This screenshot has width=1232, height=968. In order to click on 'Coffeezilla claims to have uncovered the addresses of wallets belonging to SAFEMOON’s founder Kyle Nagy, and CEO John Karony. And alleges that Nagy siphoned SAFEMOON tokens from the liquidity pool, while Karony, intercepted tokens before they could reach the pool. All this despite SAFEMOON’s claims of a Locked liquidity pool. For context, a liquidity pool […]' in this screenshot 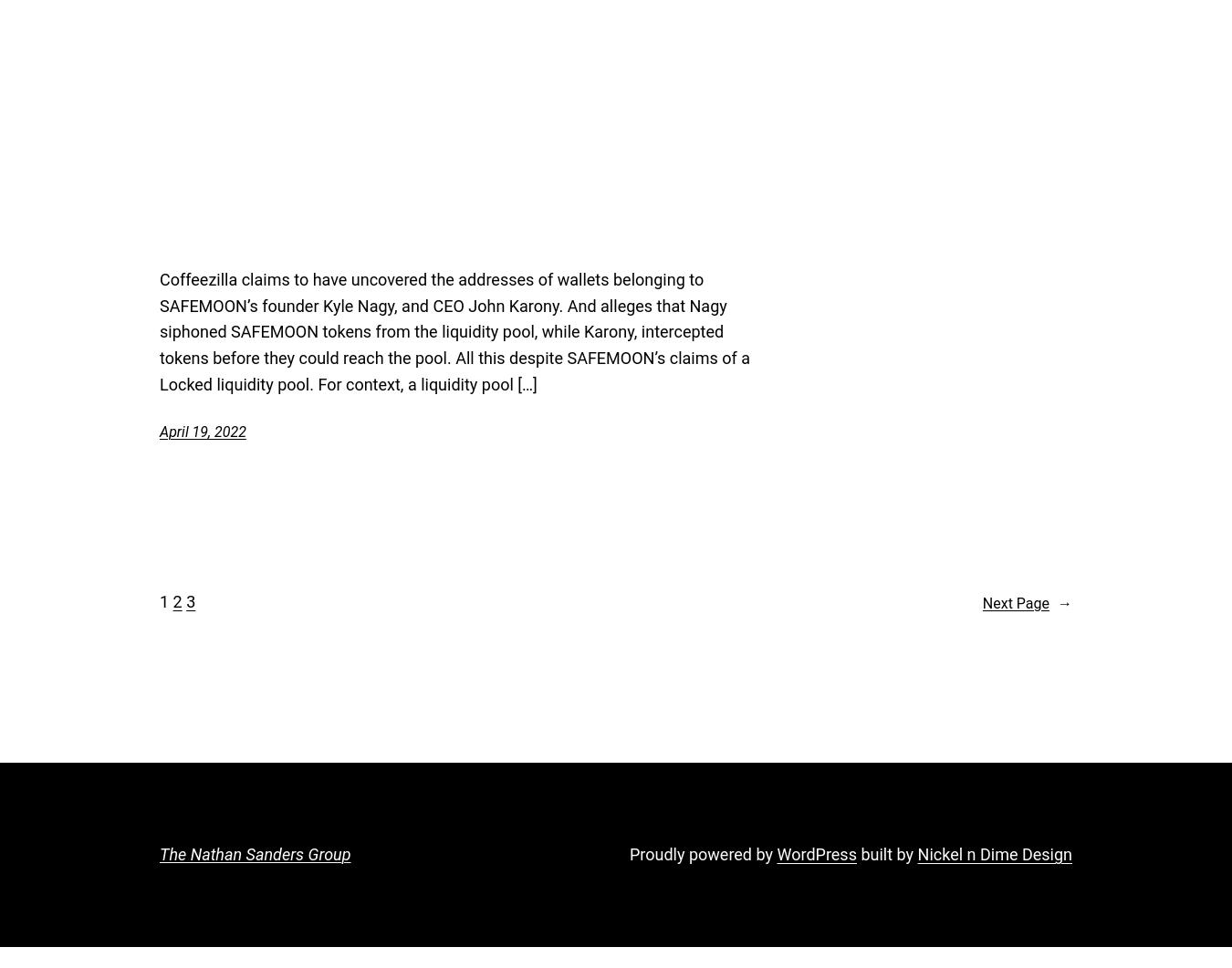, I will do `click(454, 331)`.